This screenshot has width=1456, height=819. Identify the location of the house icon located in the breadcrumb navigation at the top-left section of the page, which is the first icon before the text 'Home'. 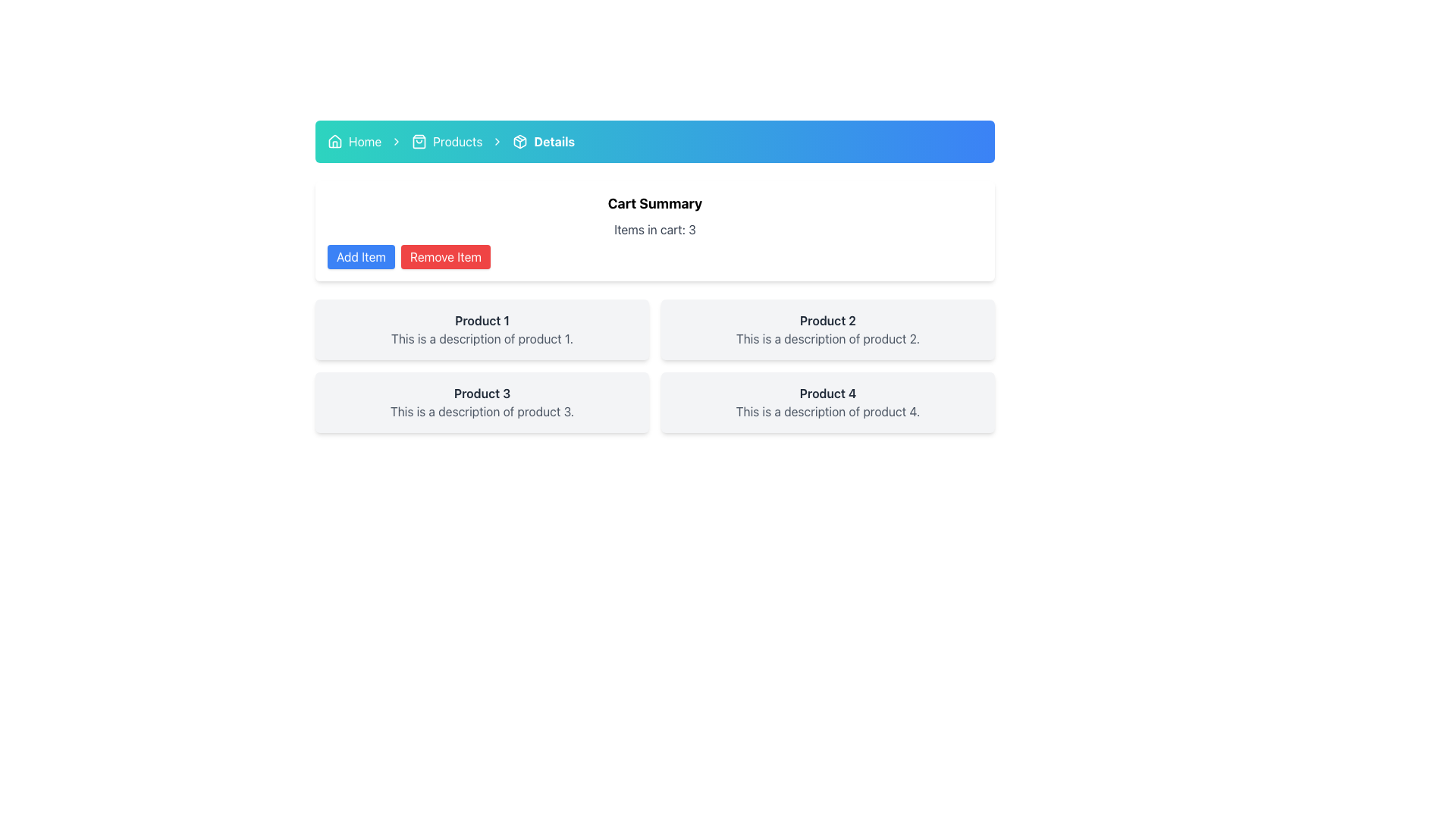
(334, 140).